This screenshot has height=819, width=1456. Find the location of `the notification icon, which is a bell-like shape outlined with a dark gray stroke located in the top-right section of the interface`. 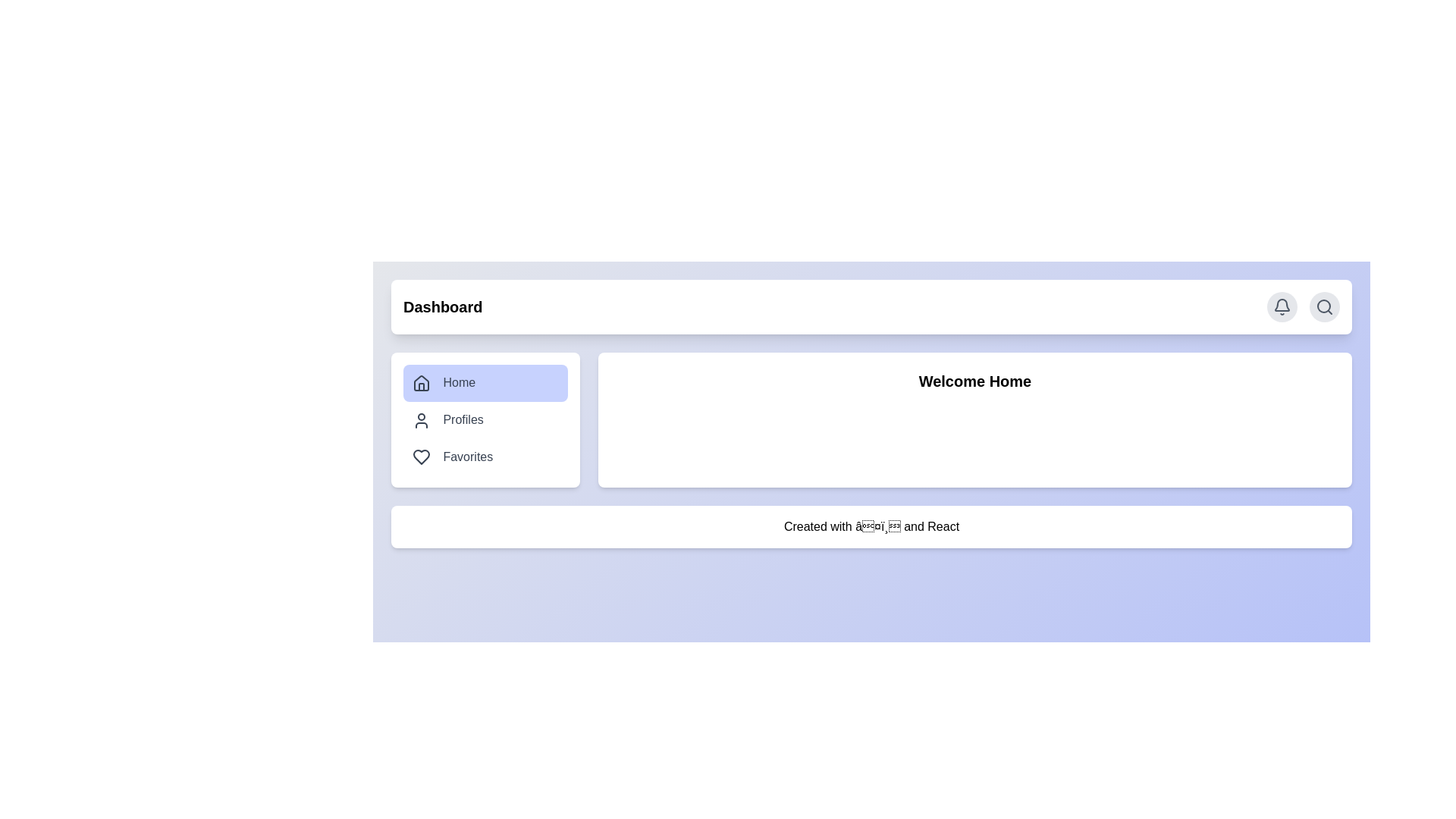

the notification icon, which is a bell-like shape outlined with a dark gray stroke located in the top-right section of the interface is located at coordinates (1281, 305).